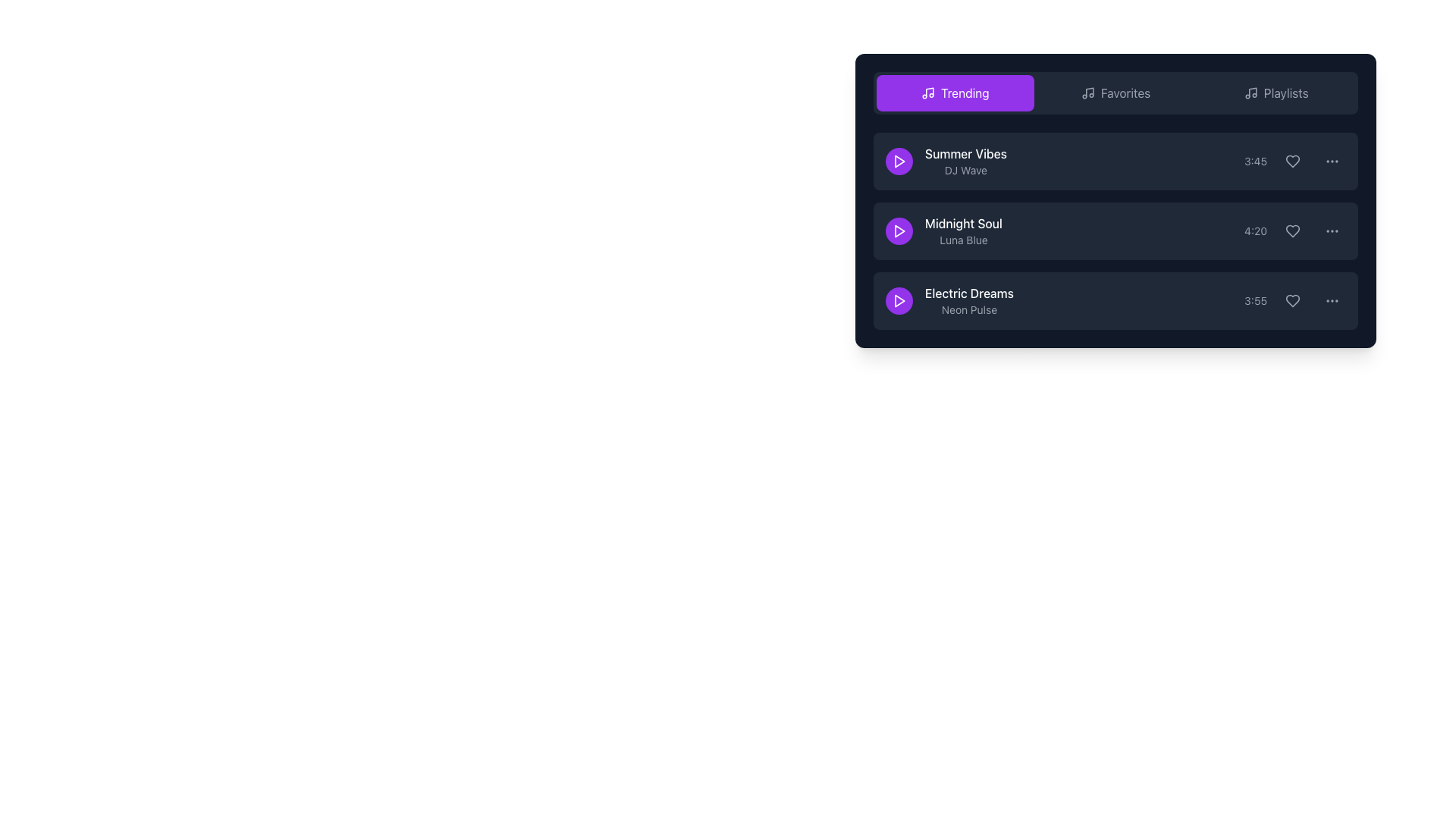 This screenshot has height=819, width=1456. I want to click on the 'Trending' button with a music note icon and text label, so click(954, 93).